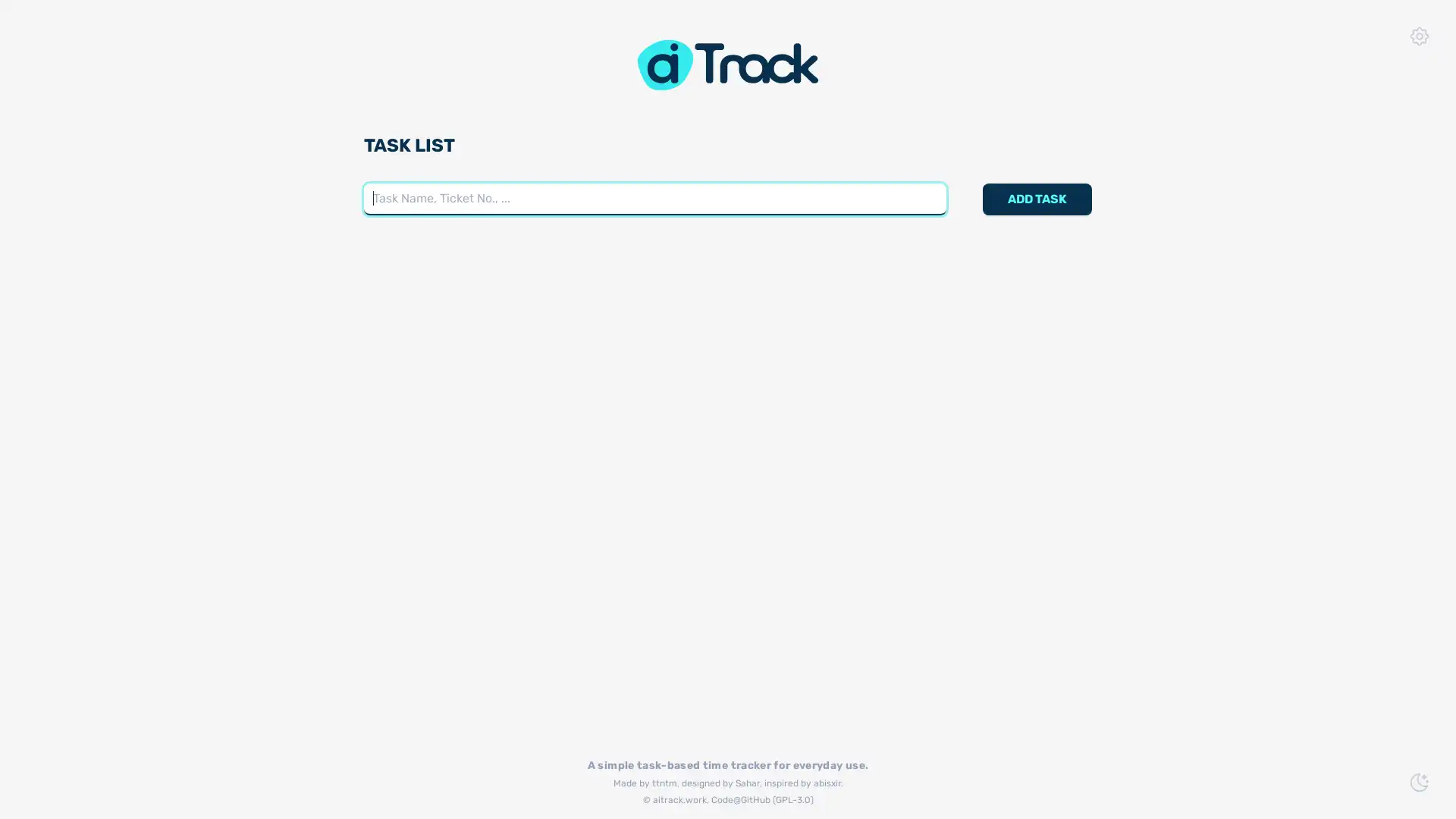  I want to click on App Settings, so click(1419, 35).